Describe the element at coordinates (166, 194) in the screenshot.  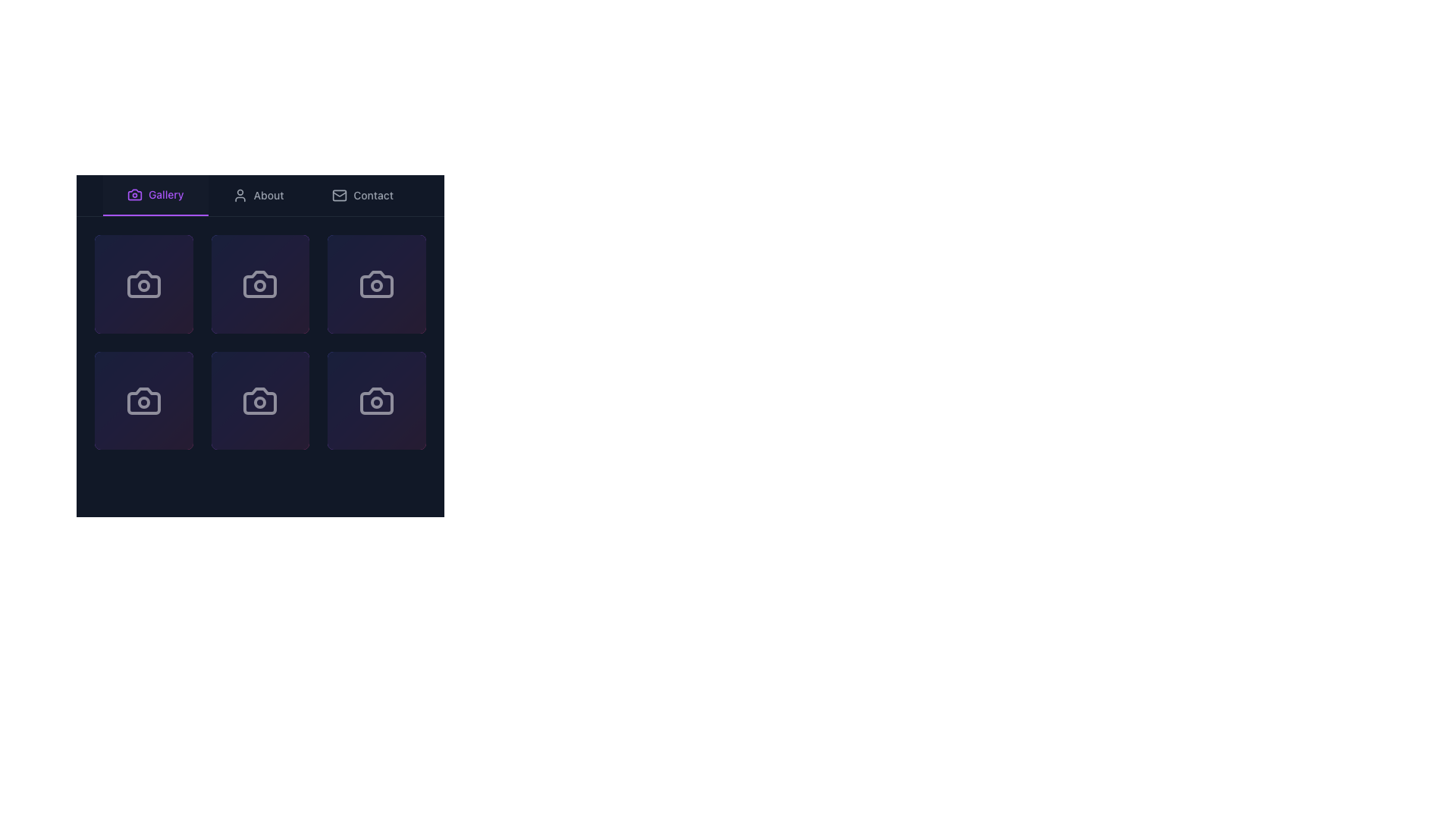
I see `active purple text label displaying 'Gallery' located in the navigation bar between the camera icon and the 'About' option` at that location.